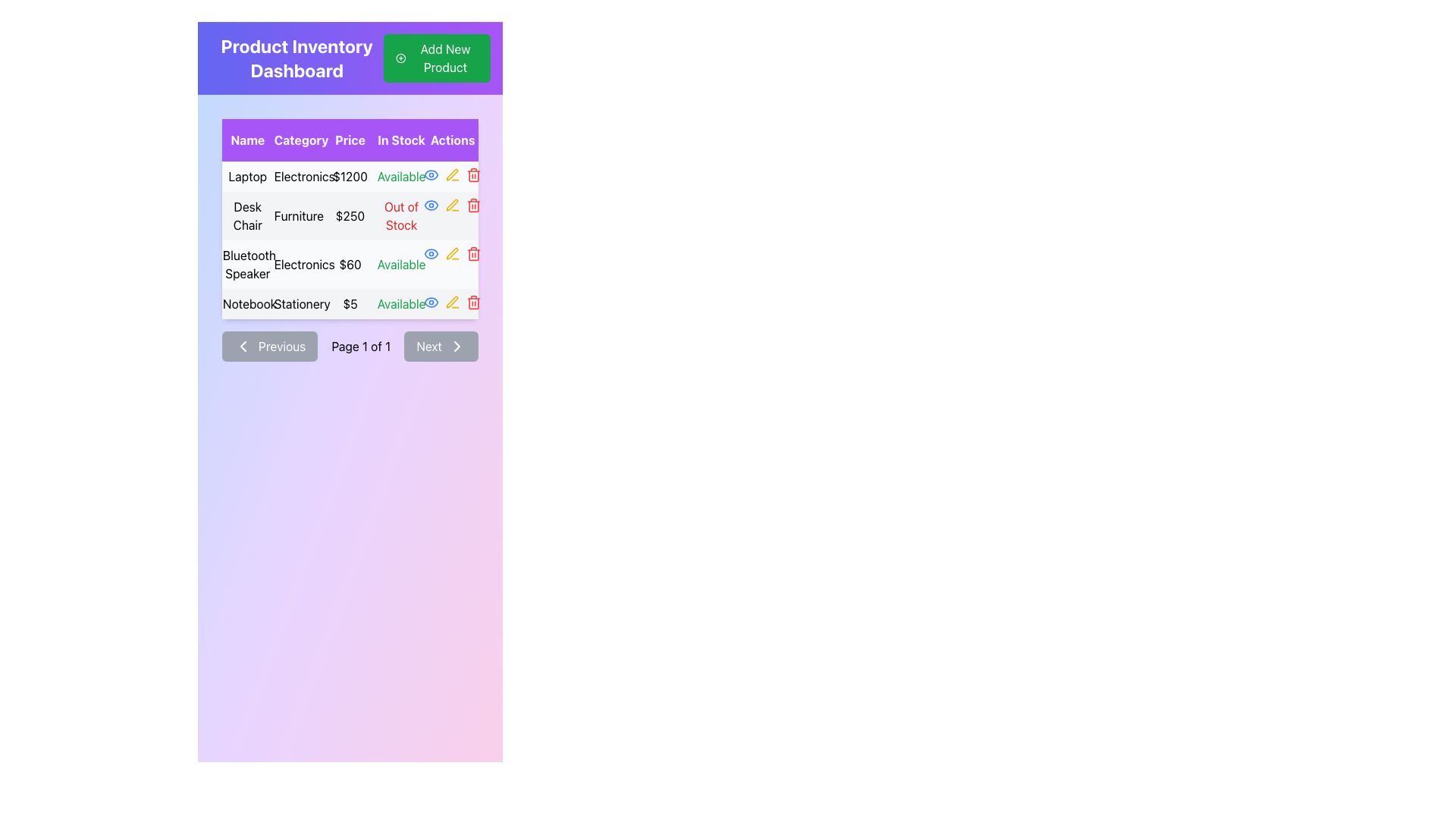  I want to click on the yellow editing icon, the second icon in the action column of the first row, so click(452, 174).